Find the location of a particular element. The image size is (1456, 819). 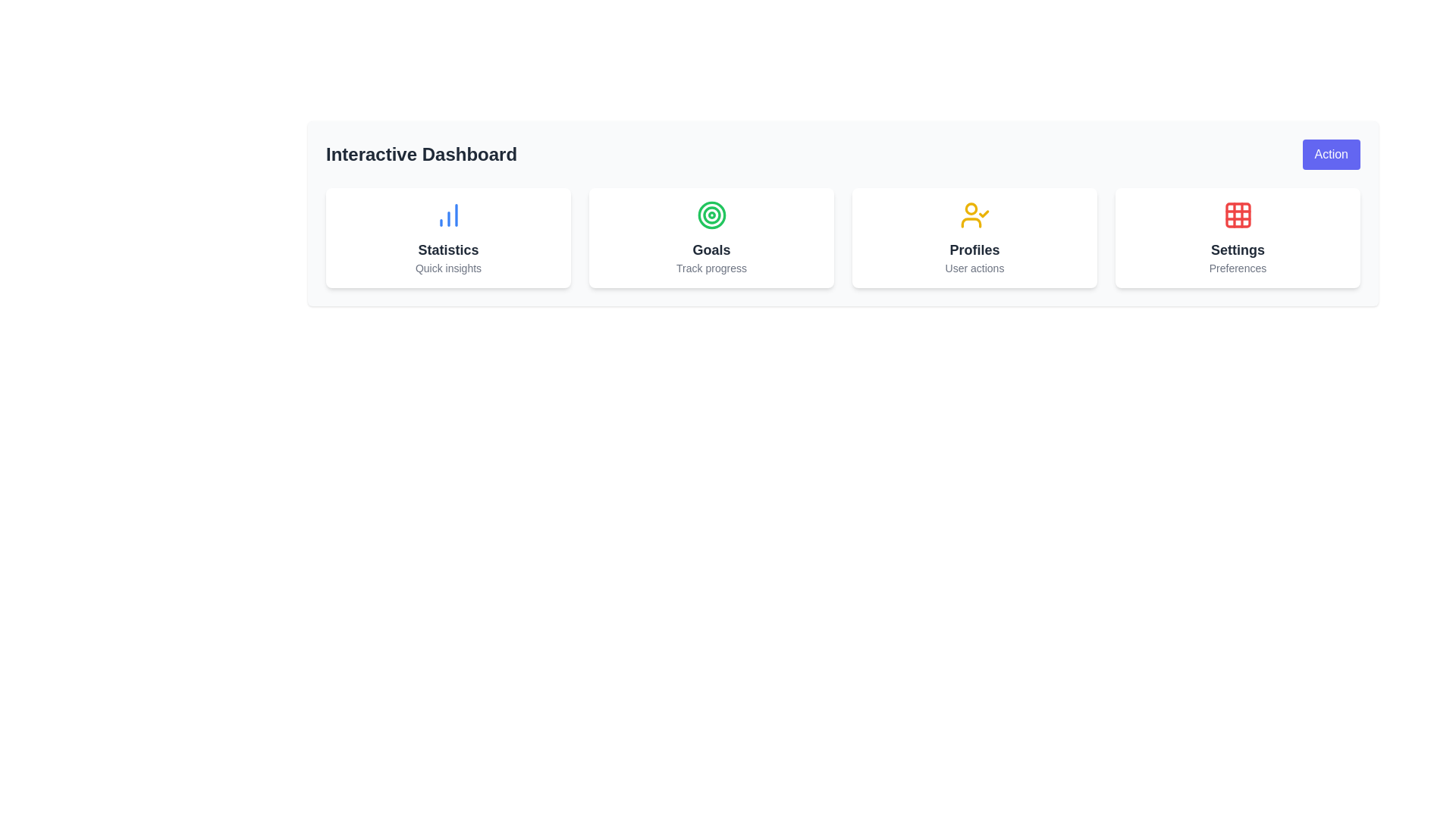

the middle circle of the target icon in the 'Goals' module, which is the second card from the left in a row of four cards is located at coordinates (711, 215).